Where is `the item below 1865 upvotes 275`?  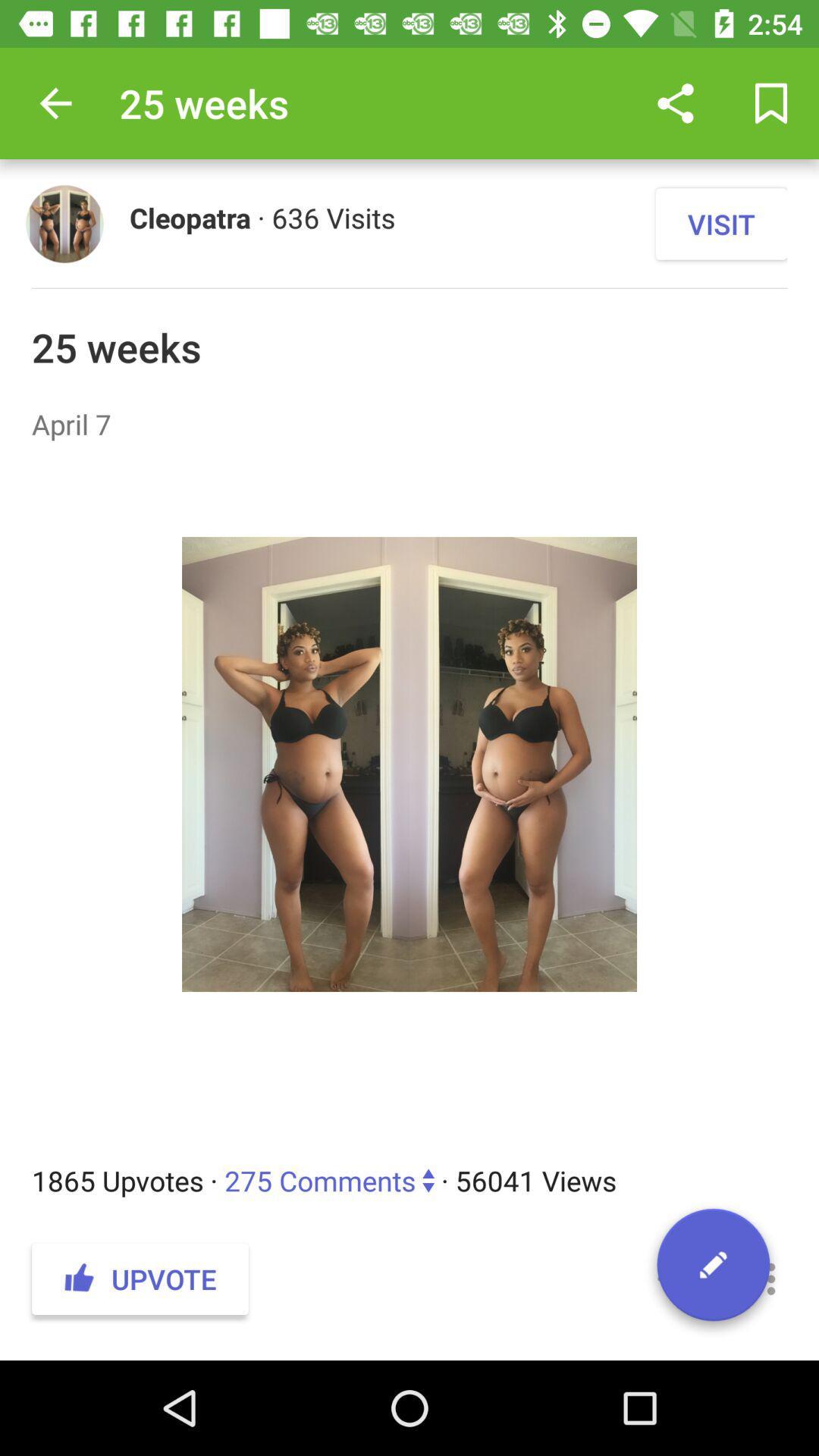 the item below 1865 upvotes 275 is located at coordinates (771, 1278).